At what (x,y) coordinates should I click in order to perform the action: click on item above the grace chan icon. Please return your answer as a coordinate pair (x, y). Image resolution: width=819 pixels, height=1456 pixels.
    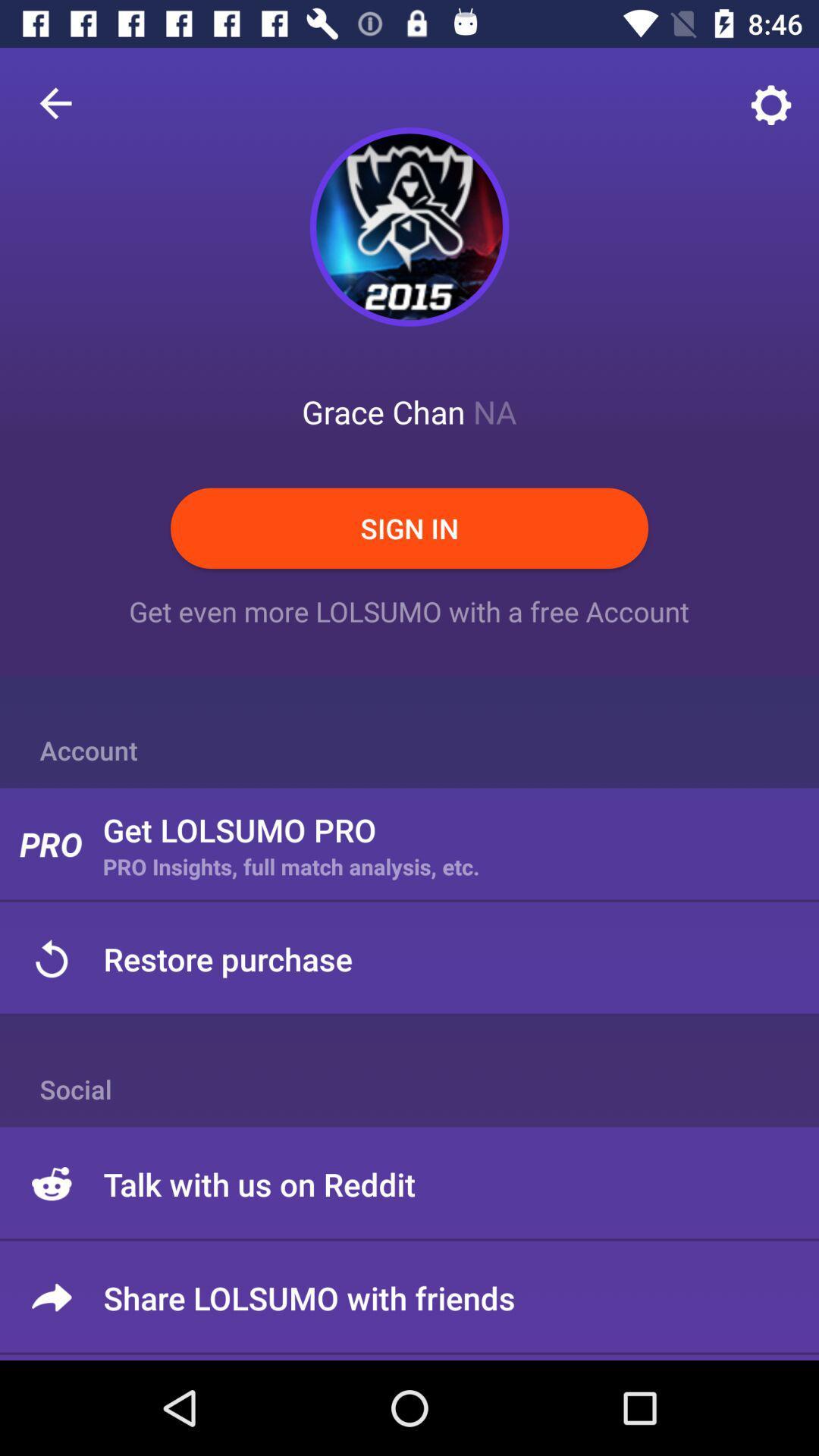
    Looking at the image, I should click on (409, 226).